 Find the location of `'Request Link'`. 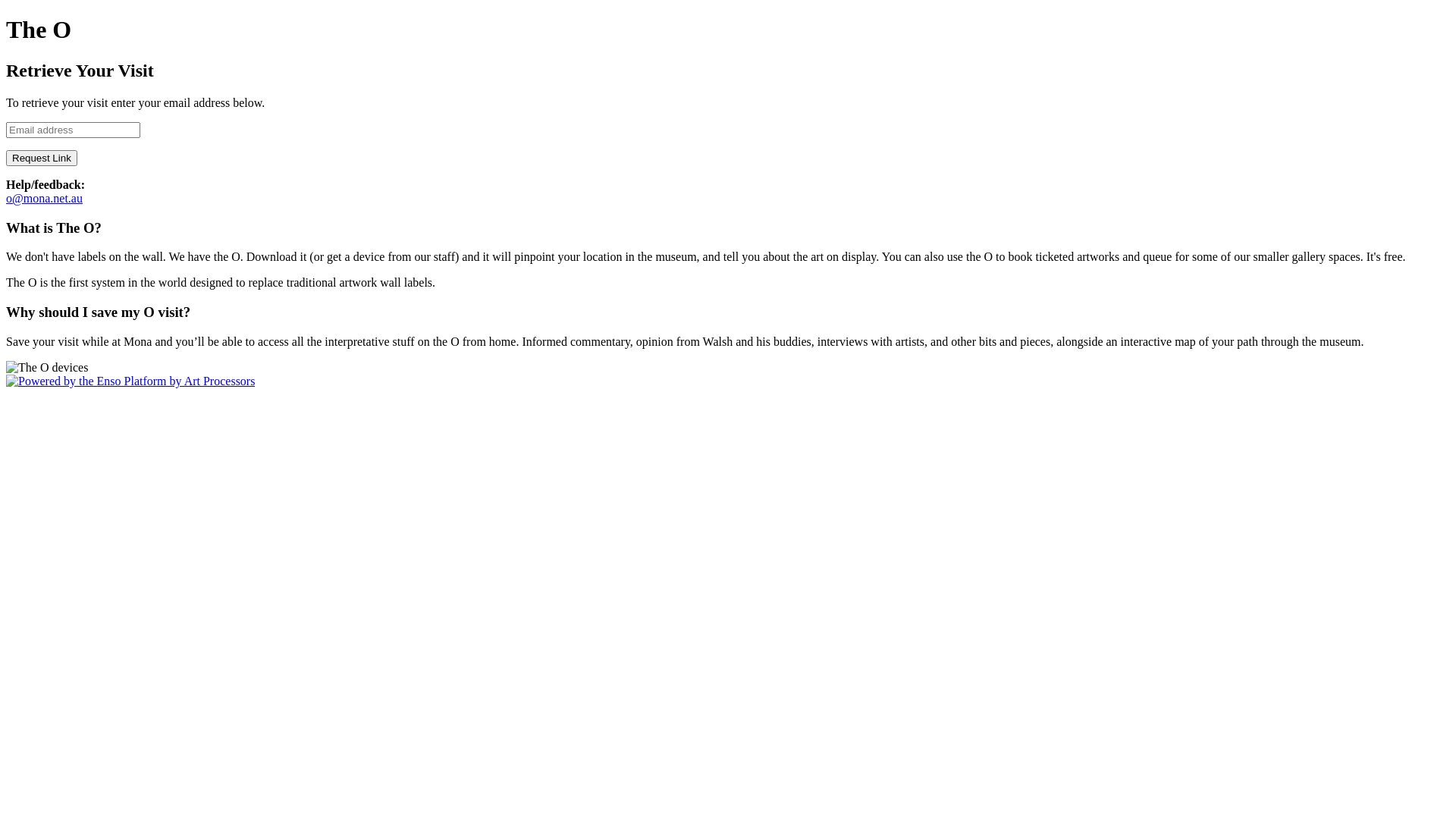

'Request Link' is located at coordinates (41, 158).